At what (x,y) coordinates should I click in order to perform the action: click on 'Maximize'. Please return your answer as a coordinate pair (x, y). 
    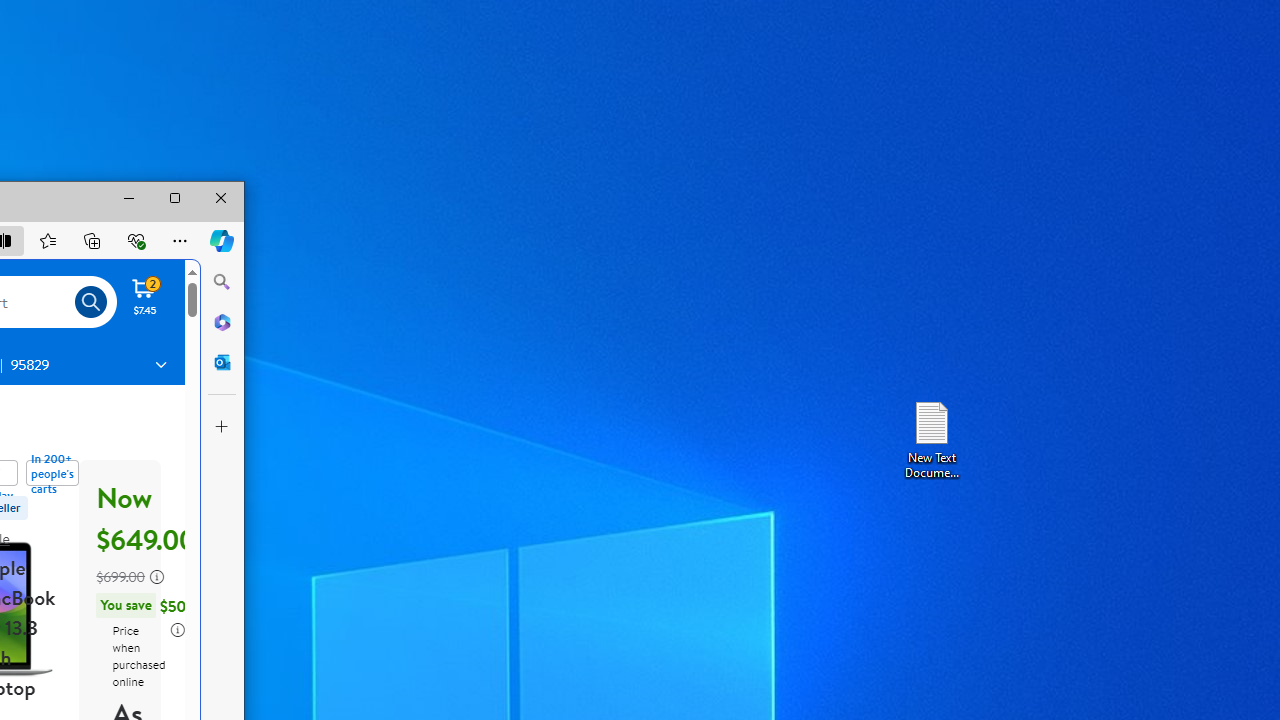
    Looking at the image, I should click on (175, 198).